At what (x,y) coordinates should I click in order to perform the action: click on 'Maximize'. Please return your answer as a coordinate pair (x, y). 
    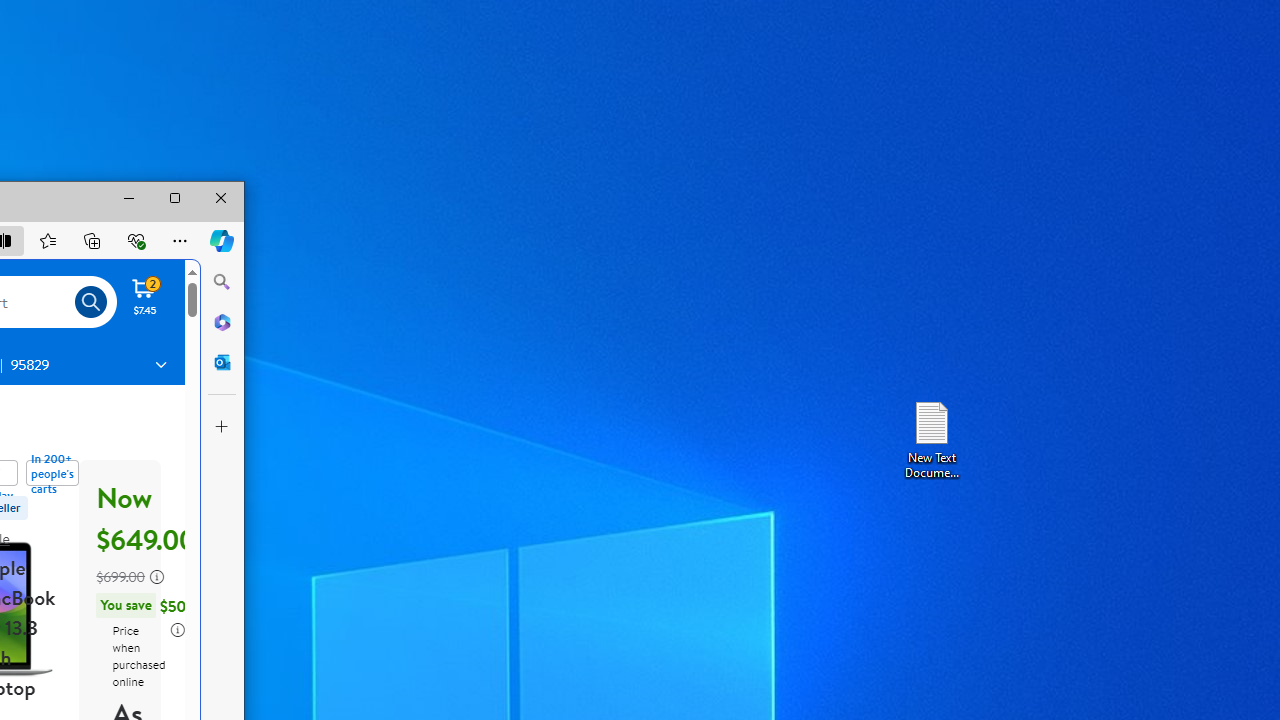
    Looking at the image, I should click on (175, 198).